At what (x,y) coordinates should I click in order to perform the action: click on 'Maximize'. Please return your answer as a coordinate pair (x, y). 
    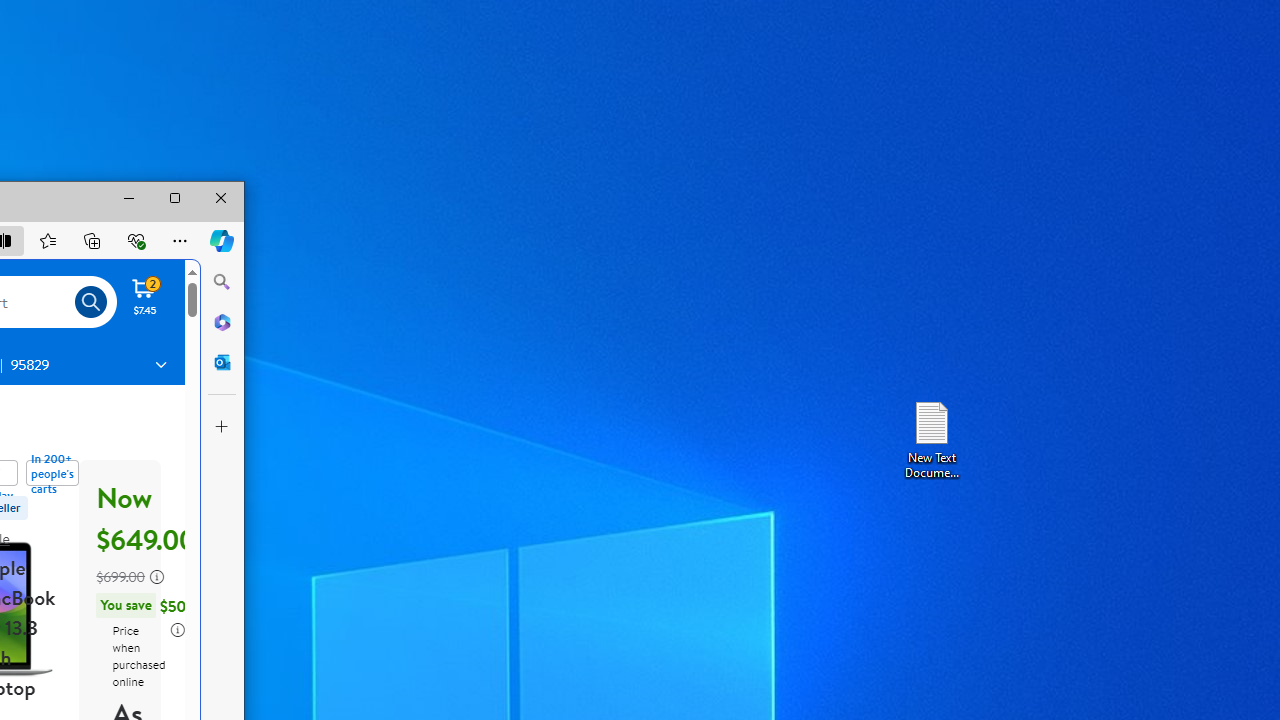
    Looking at the image, I should click on (175, 198).